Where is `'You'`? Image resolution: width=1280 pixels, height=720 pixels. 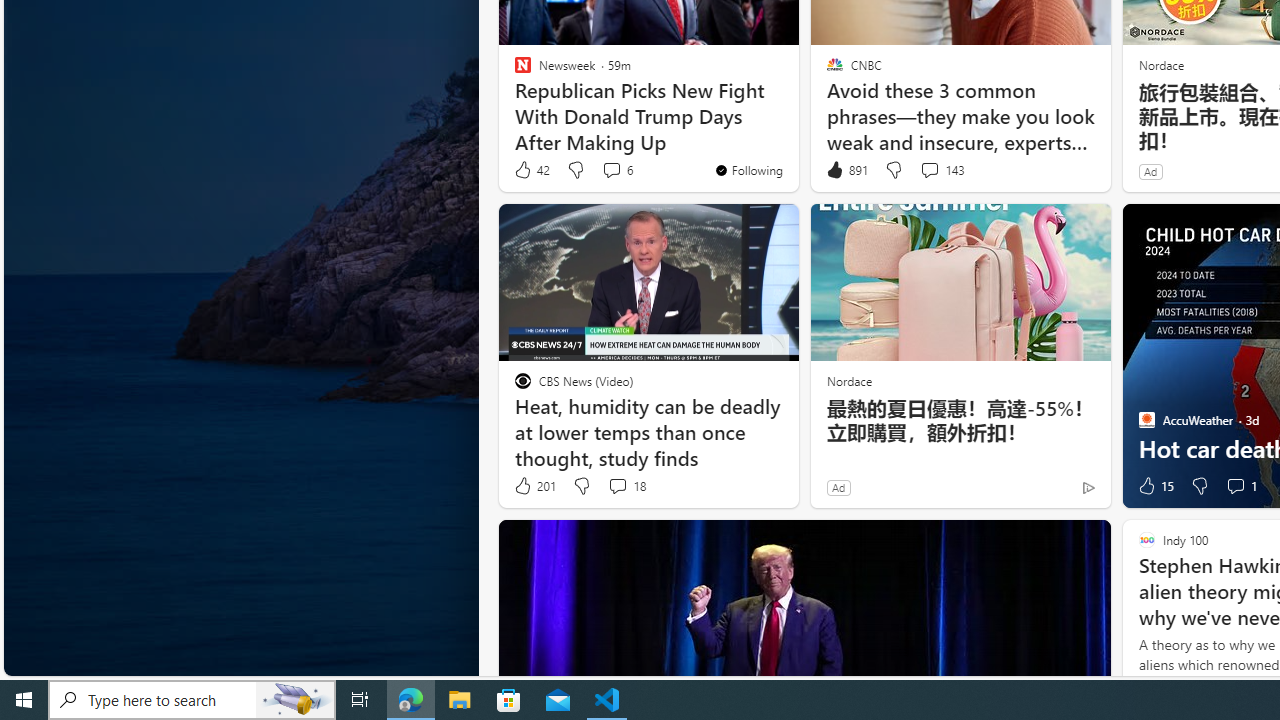
'You' is located at coordinates (747, 168).